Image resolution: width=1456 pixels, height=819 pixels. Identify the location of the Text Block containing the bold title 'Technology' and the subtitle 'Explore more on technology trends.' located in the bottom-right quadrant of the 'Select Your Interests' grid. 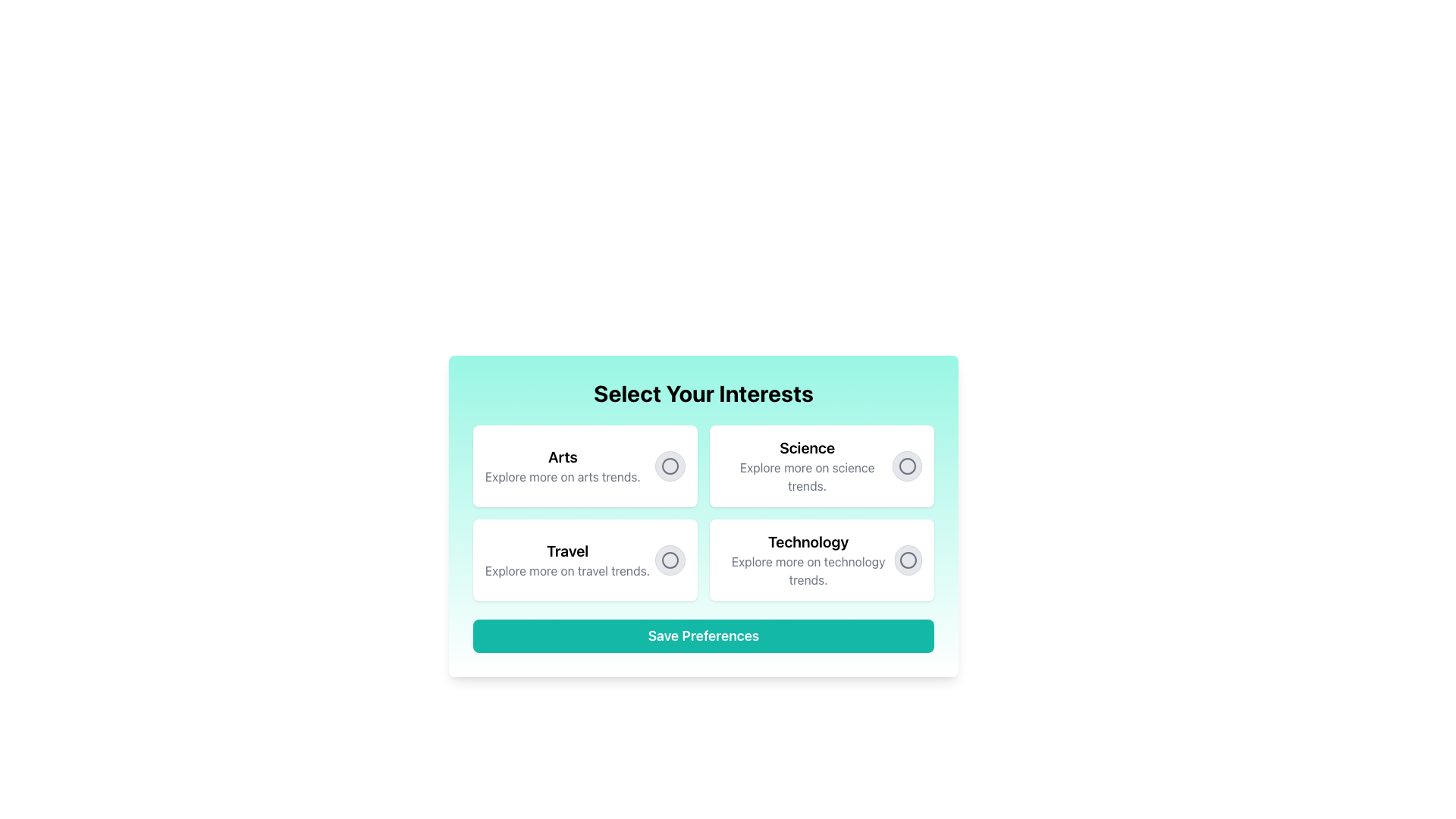
(808, 560).